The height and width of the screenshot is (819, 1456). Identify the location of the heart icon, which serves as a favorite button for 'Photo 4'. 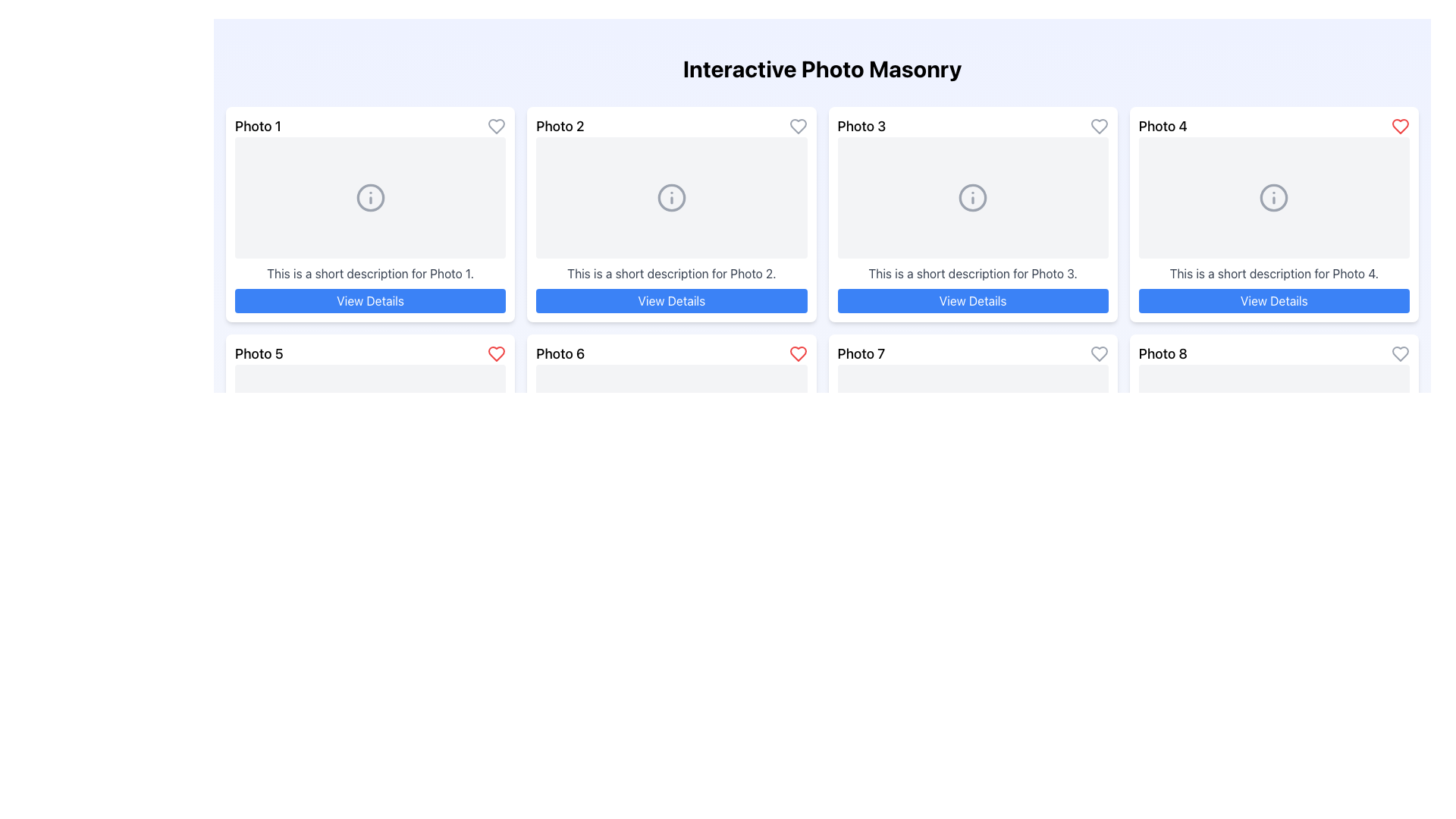
(497, 353).